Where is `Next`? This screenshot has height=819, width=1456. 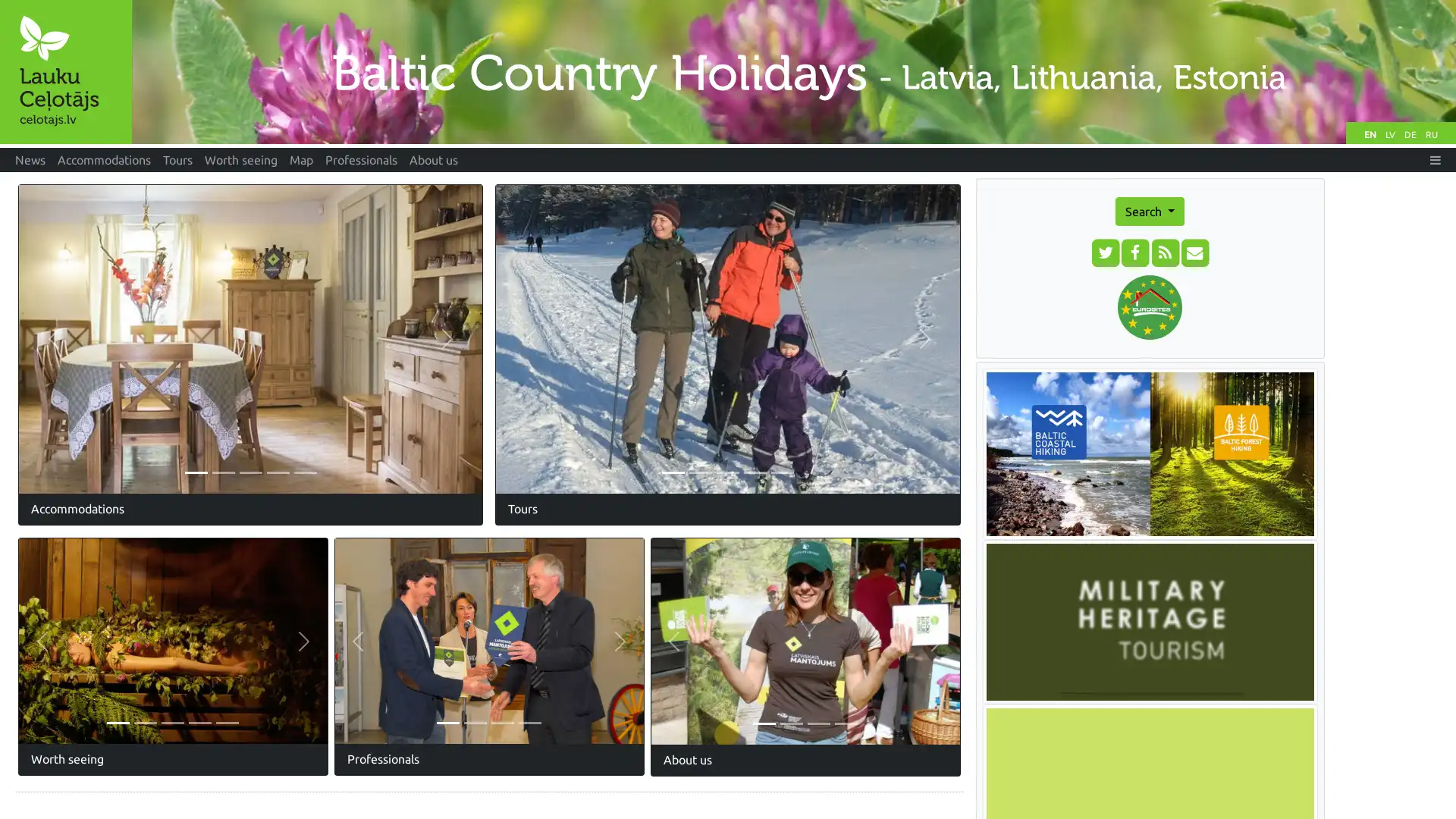
Next is located at coordinates (620, 641).